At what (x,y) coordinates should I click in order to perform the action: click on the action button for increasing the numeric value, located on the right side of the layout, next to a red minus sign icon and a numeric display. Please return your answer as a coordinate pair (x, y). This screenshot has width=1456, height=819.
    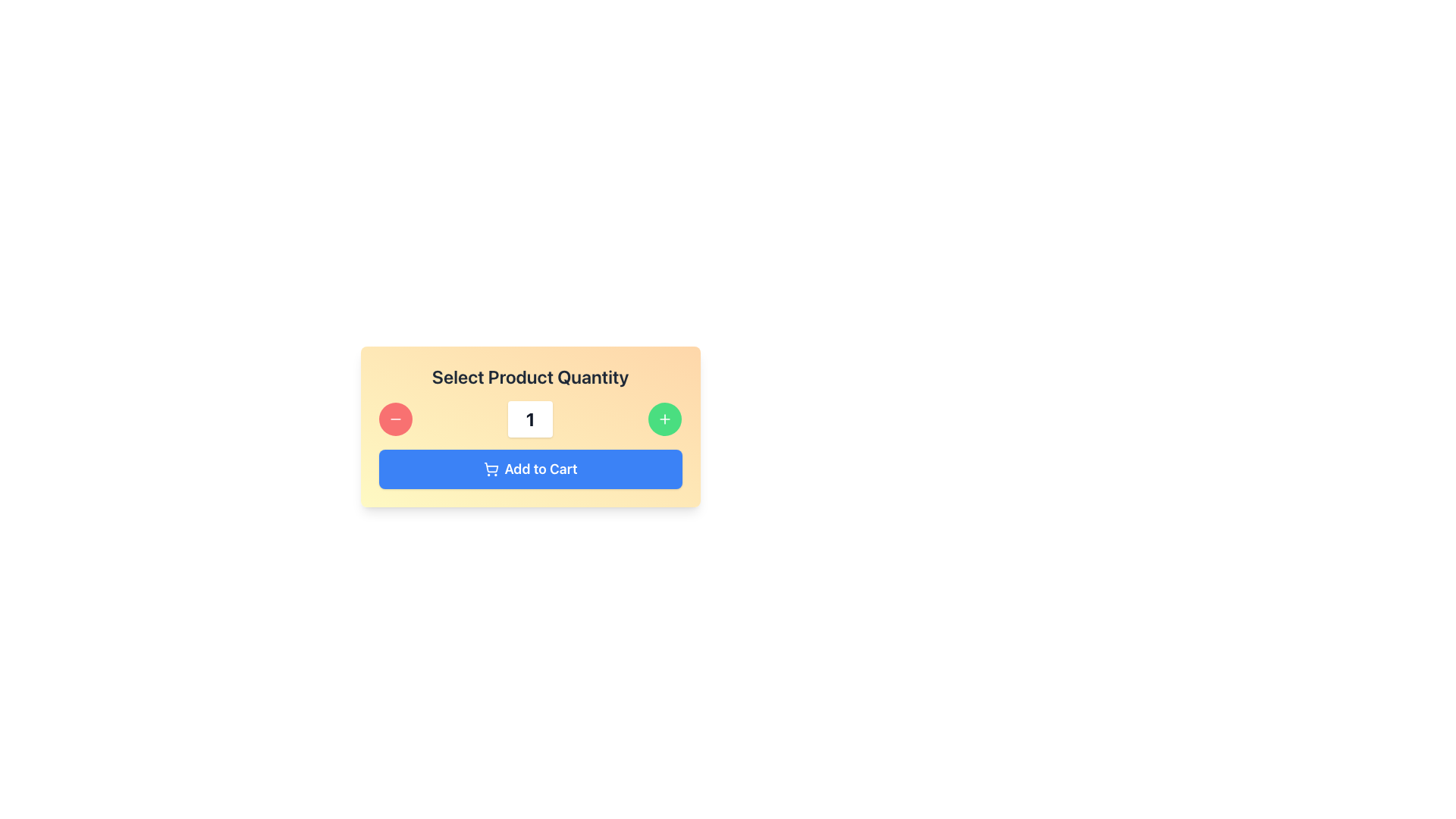
    Looking at the image, I should click on (665, 419).